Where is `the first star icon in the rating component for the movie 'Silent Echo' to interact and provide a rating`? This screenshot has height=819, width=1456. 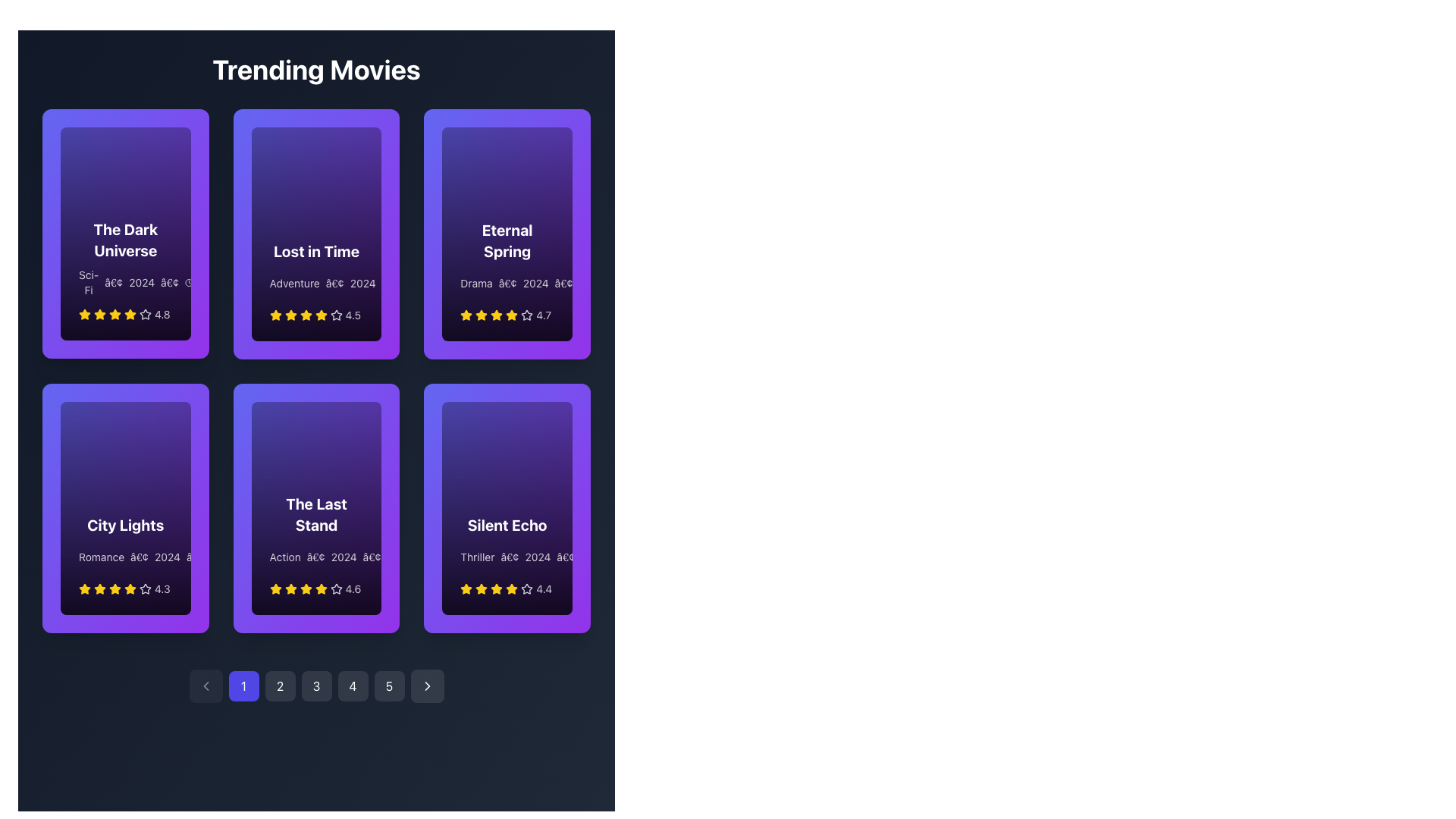 the first star icon in the rating component for the movie 'Silent Echo' to interact and provide a rating is located at coordinates (466, 588).